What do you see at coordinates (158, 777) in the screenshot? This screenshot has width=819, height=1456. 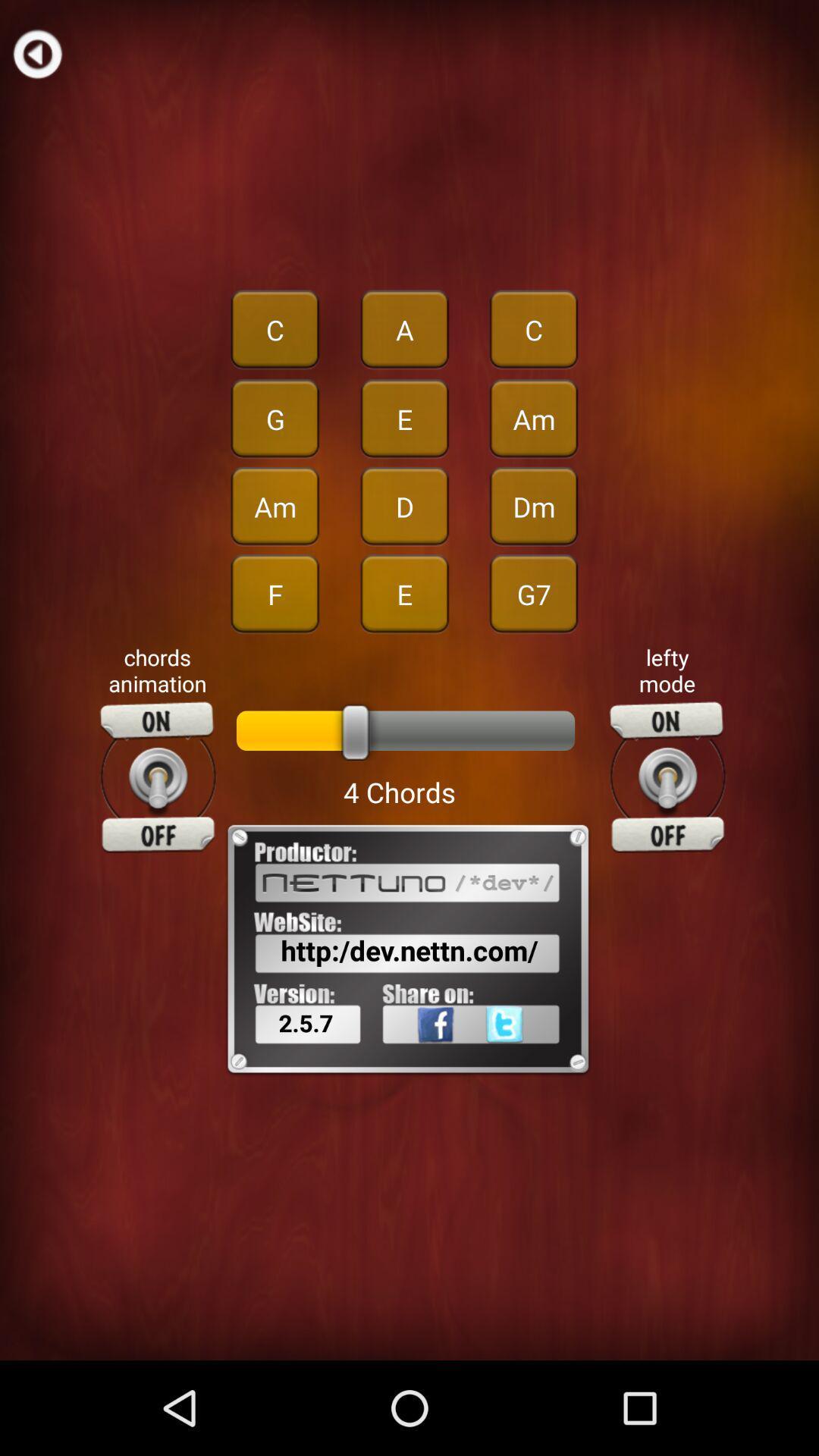 I see `the icon below the chords` at bounding box center [158, 777].